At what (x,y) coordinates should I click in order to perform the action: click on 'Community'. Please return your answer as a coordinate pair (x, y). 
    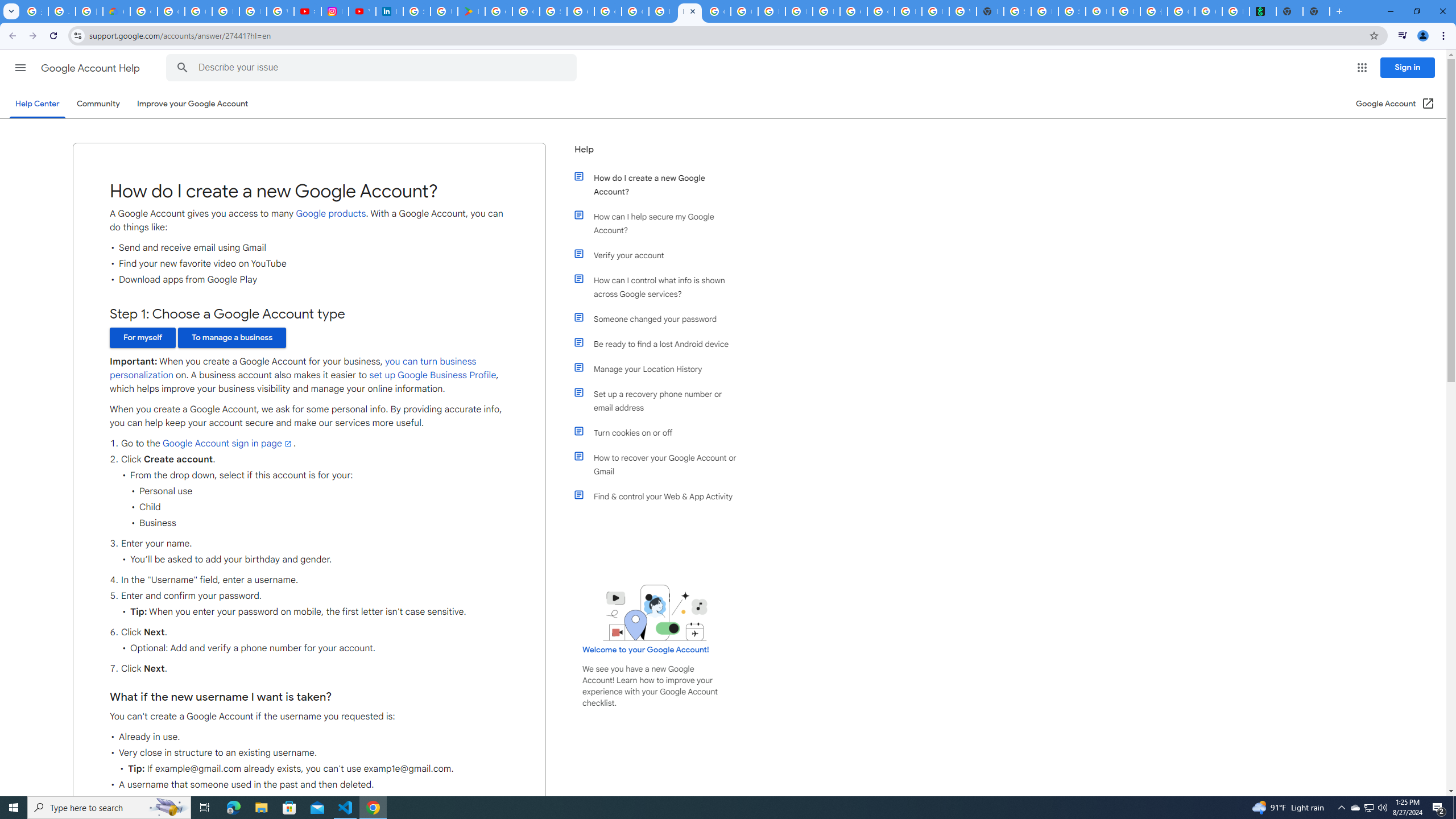
    Looking at the image, I should click on (97, 103).